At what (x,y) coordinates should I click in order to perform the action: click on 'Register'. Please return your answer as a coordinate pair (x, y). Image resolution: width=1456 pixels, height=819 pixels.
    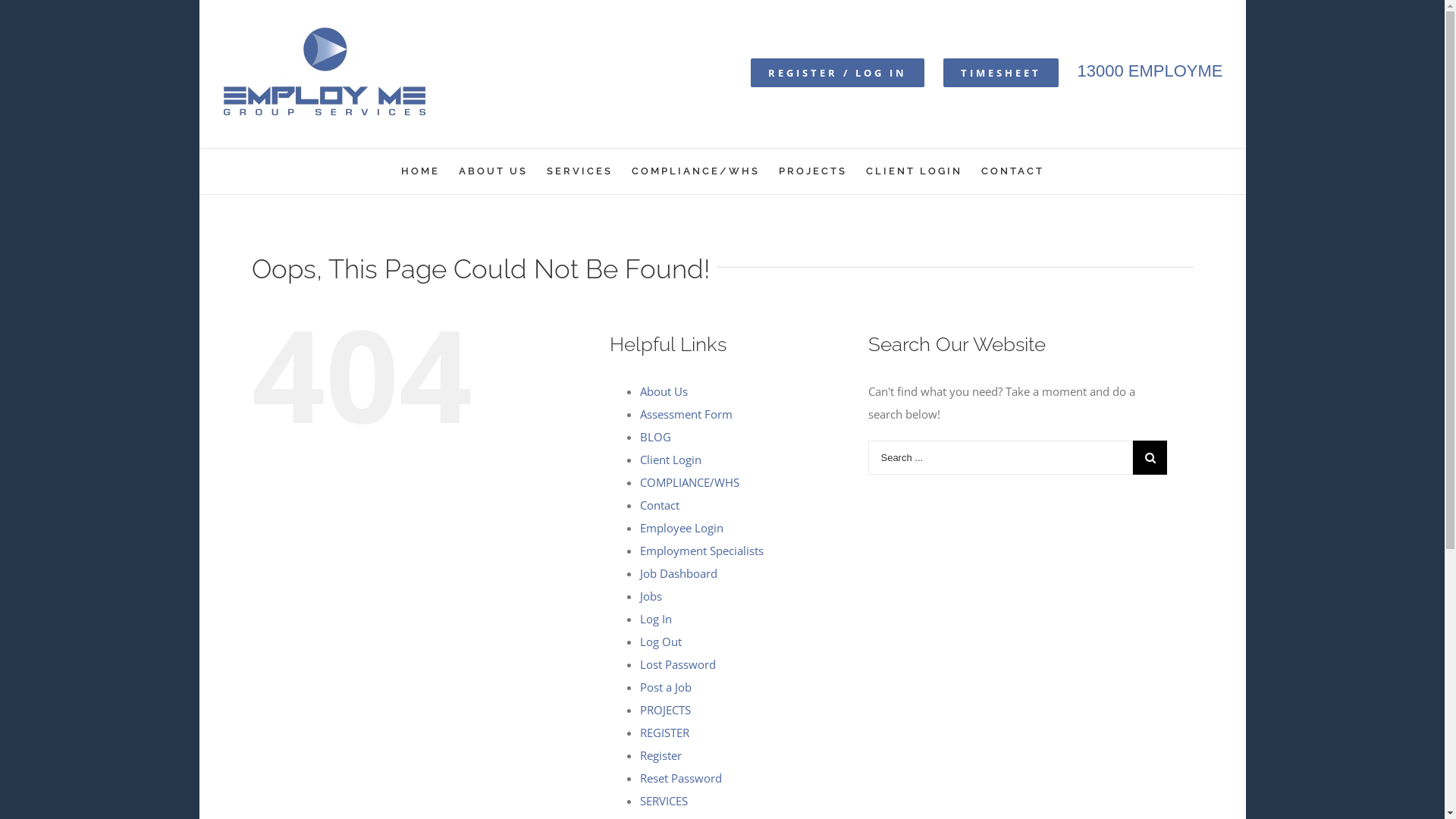
    Looking at the image, I should click on (661, 755).